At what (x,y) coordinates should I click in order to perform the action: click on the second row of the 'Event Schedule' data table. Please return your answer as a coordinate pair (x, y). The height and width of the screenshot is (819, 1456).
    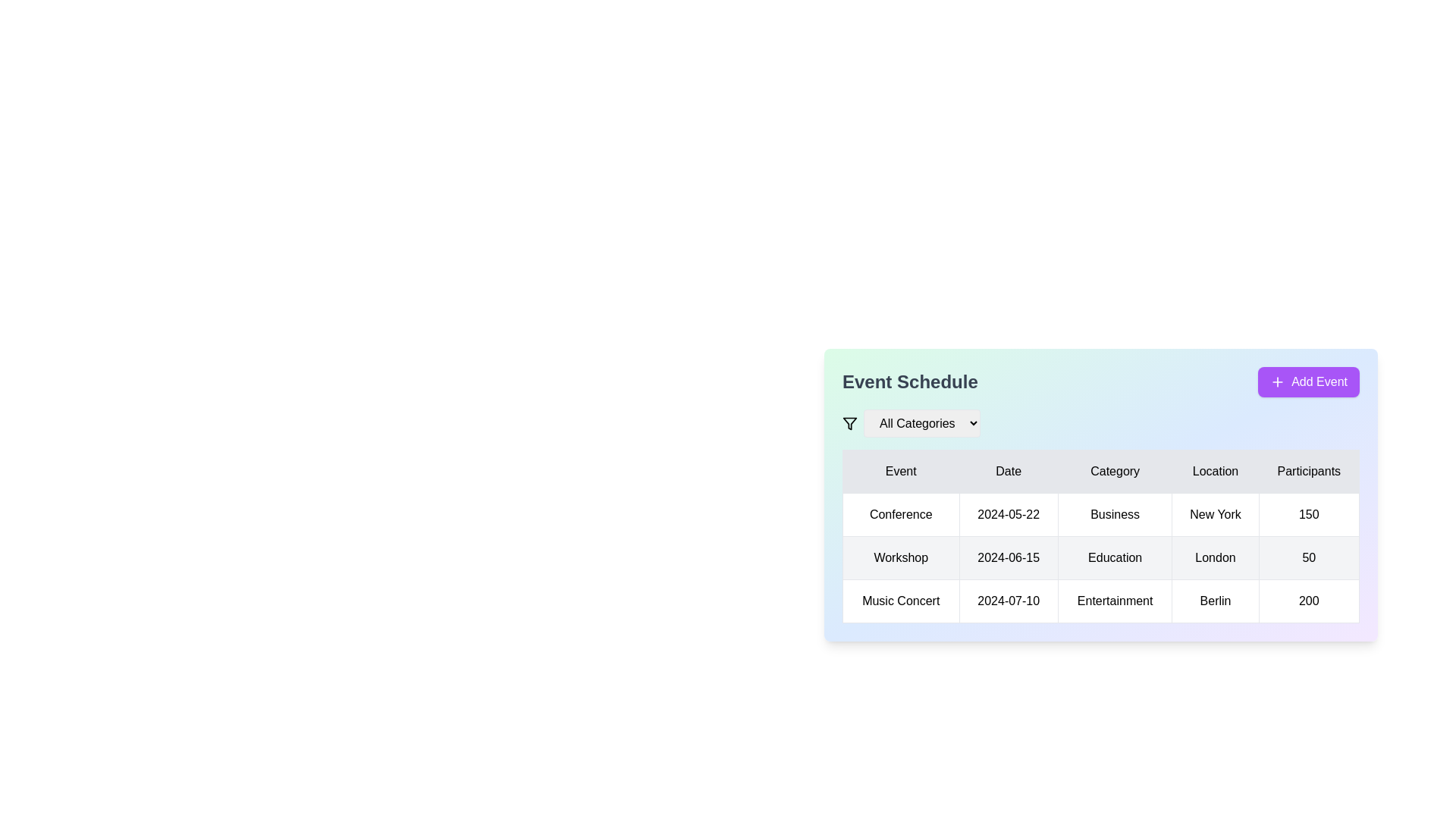
    Looking at the image, I should click on (1100, 558).